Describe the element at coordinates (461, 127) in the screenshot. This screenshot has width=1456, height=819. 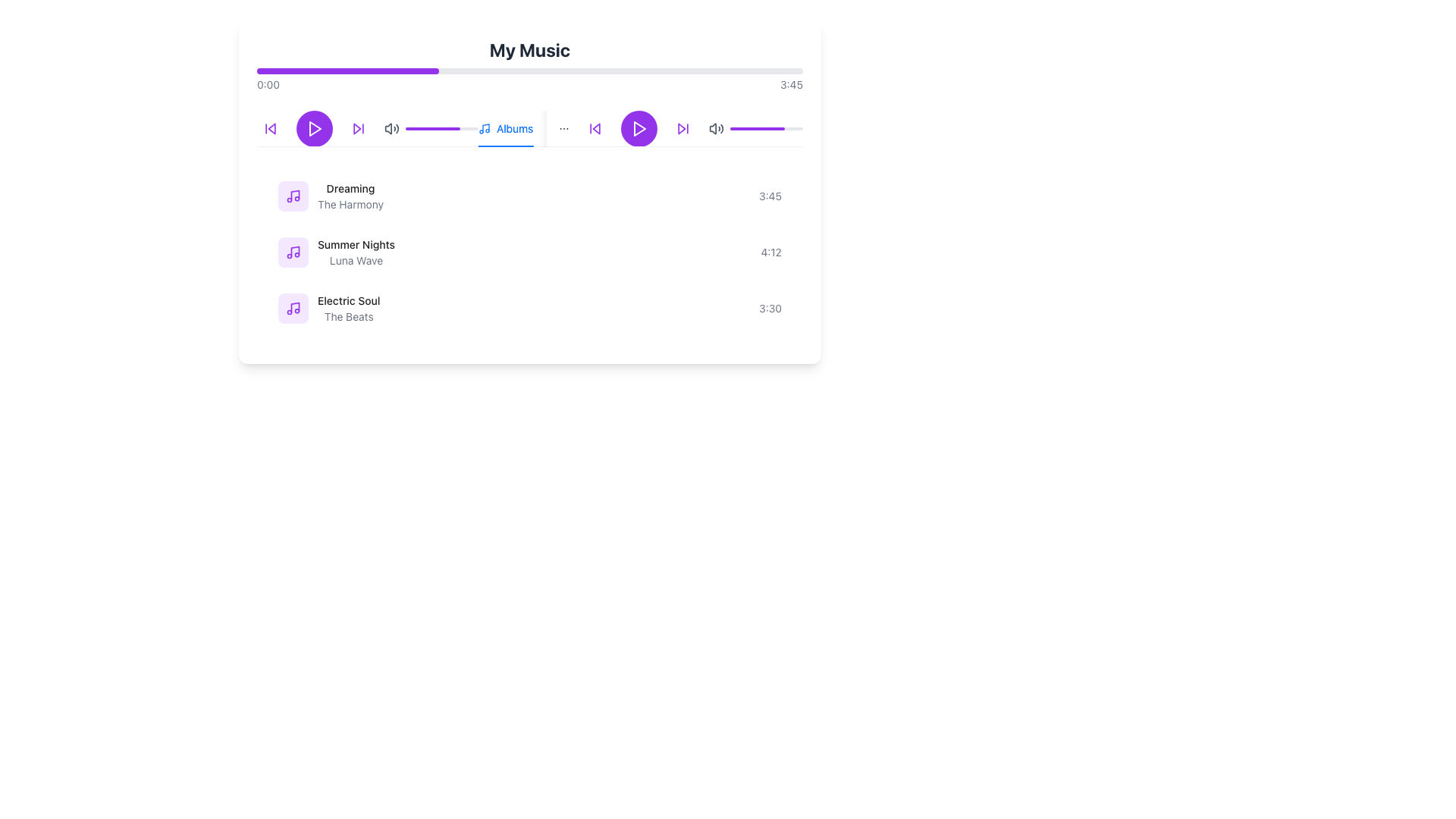
I see `the progress value` at that location.